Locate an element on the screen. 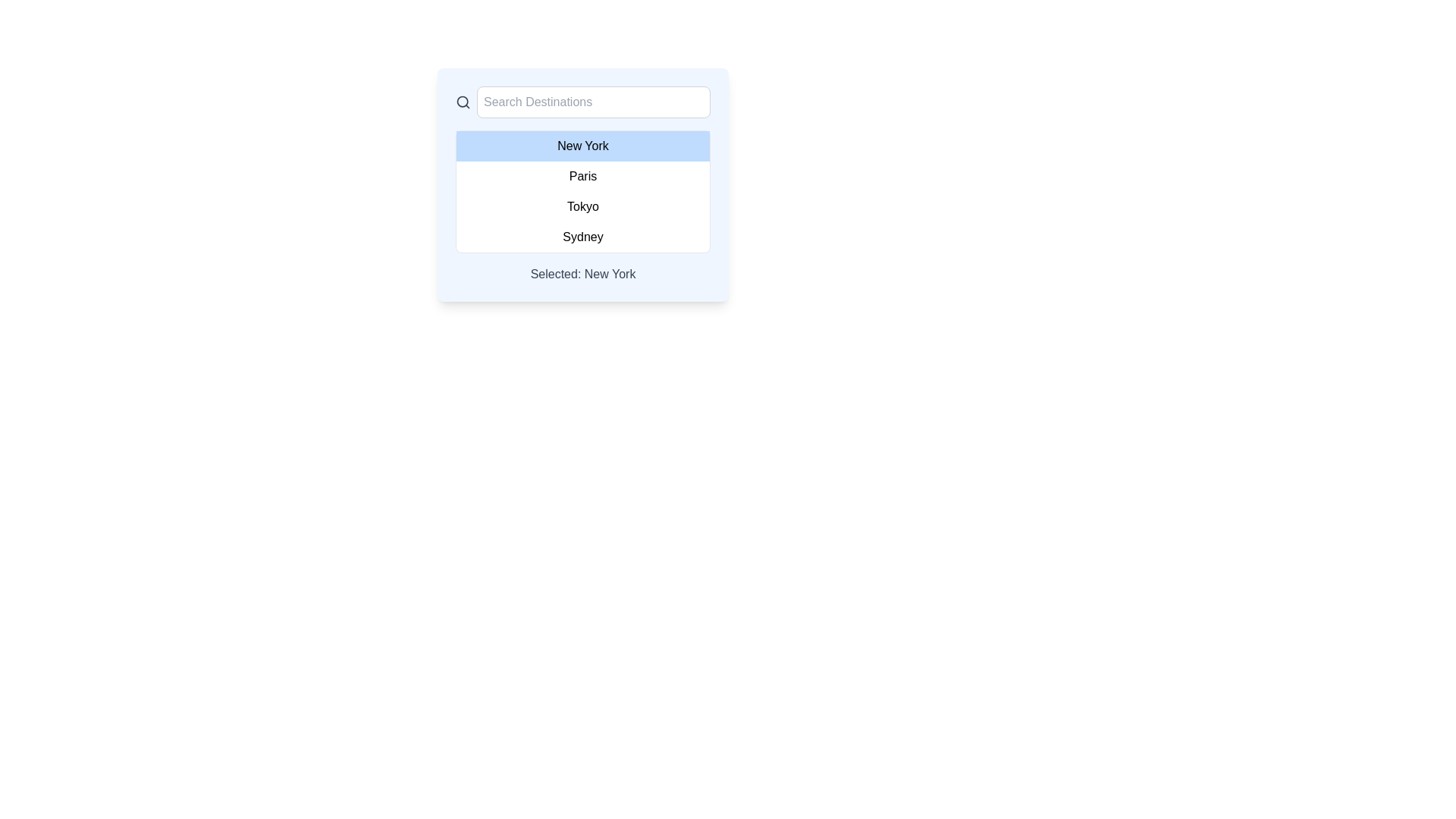  the text display labeled 'Tokyo' is located at coordinates (582, 207).